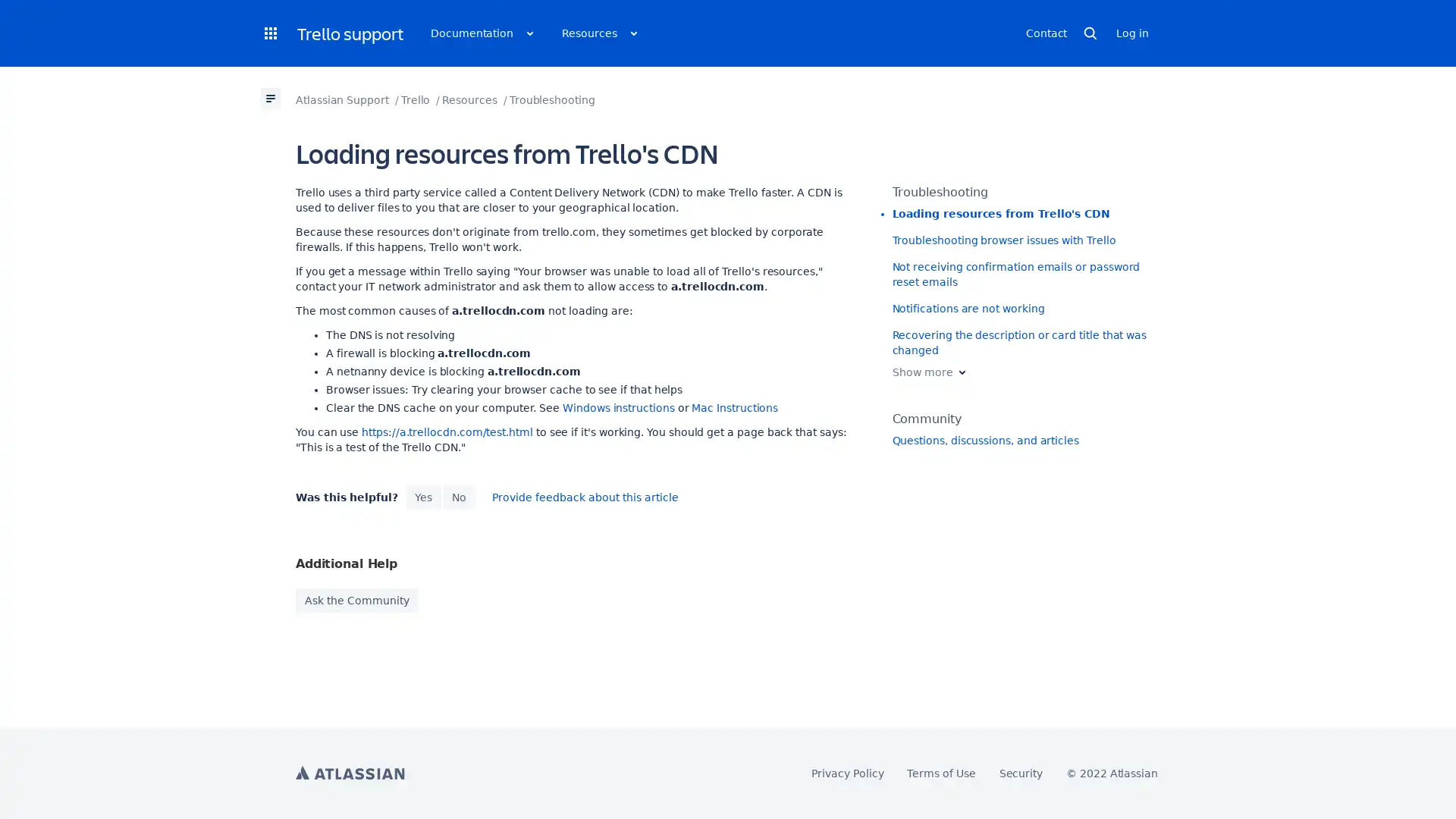 This screenshot has height=819, width=1456. What do you see at coordinates (930, 372) in the screenshot?
I see `Show more Expand sibling pages list` at bounding box center [930, 372].